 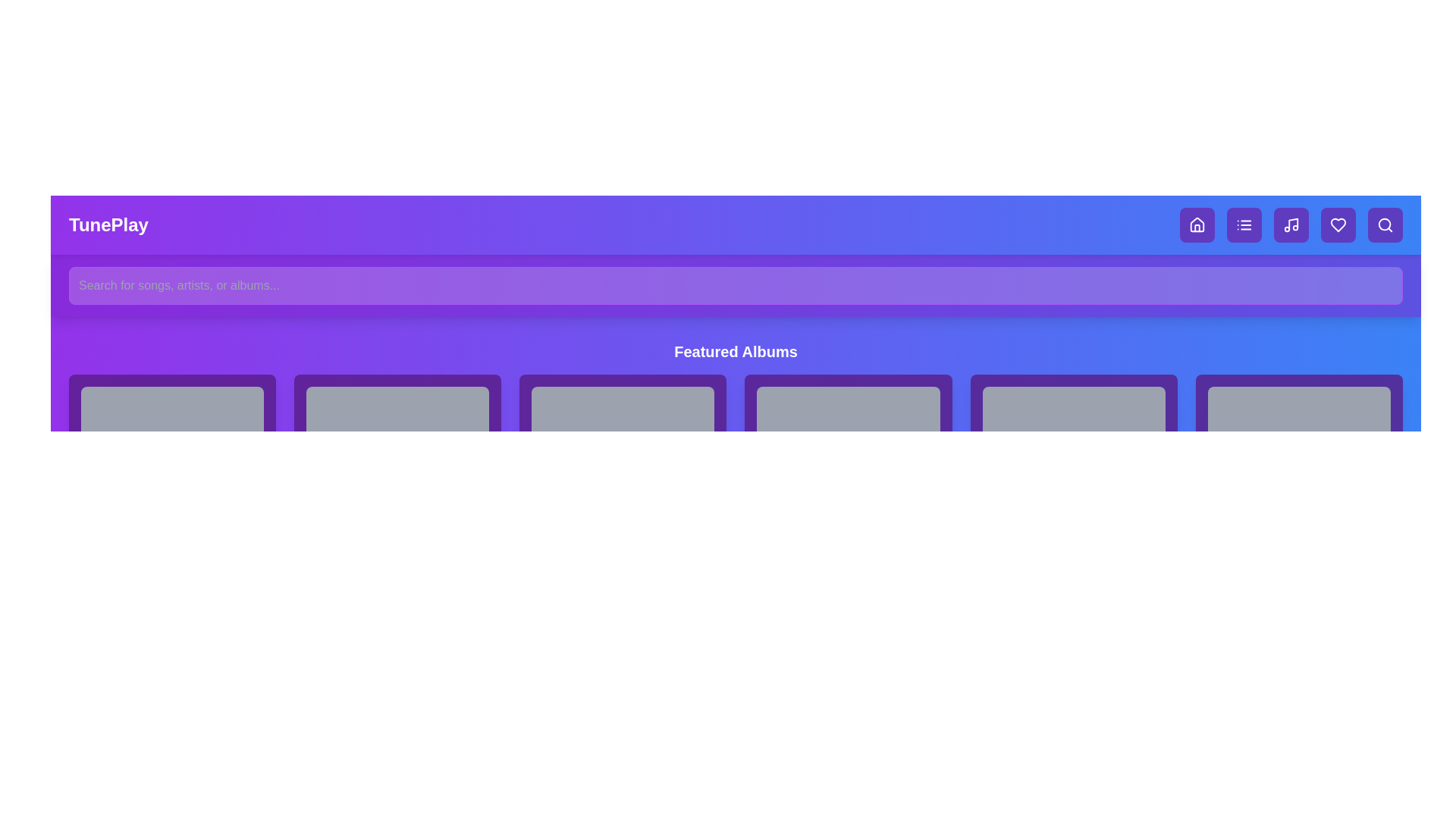 I want to click on the navigation button for search, so click(x=1385, y=225).